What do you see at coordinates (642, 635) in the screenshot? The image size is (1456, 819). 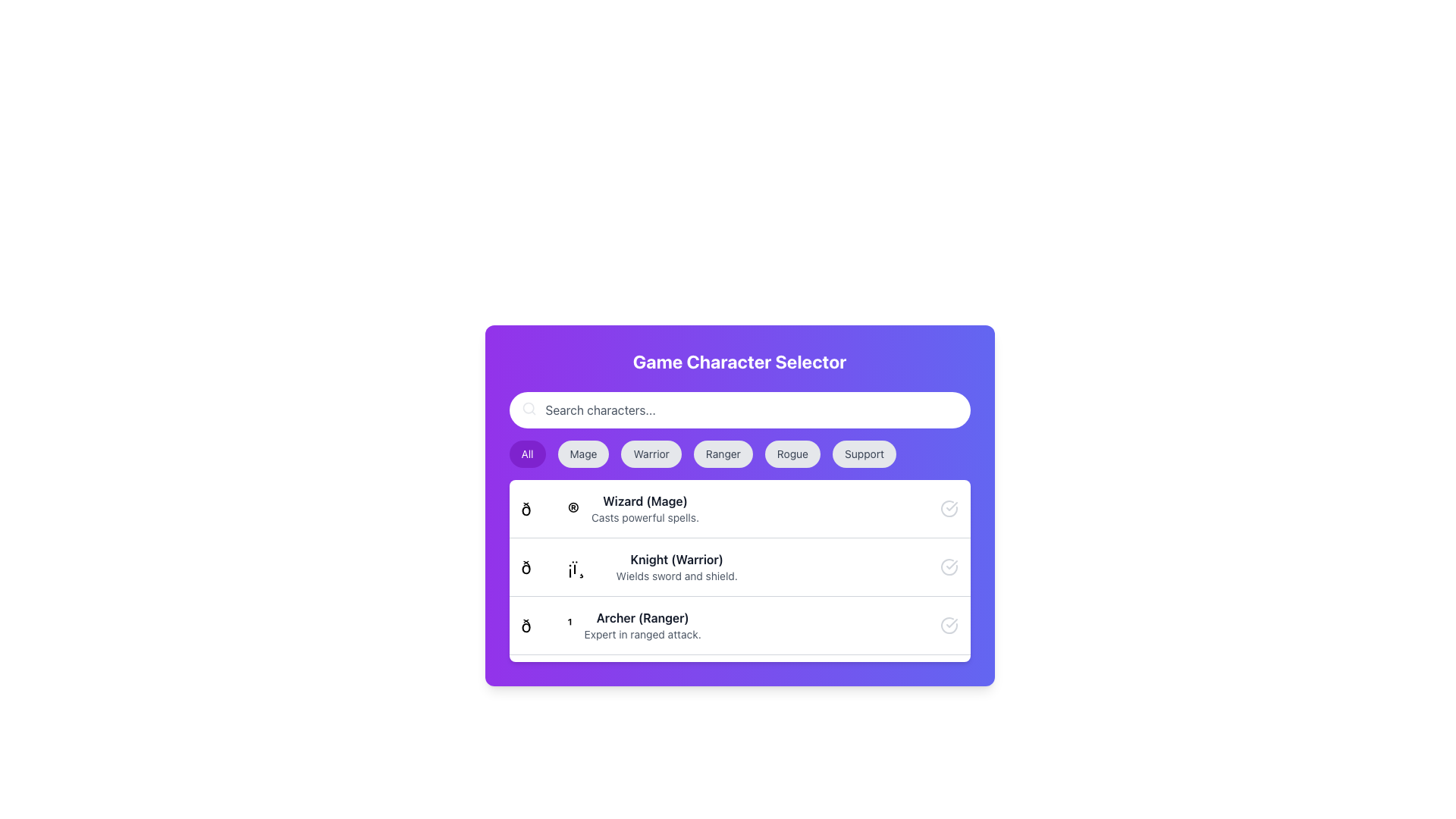 I see `the static text label that reads 'Expert in ranged attack.' located directly below 'Archer (Ranger)' in the third card section of the character selection interface` at bounding box center [642, 635].